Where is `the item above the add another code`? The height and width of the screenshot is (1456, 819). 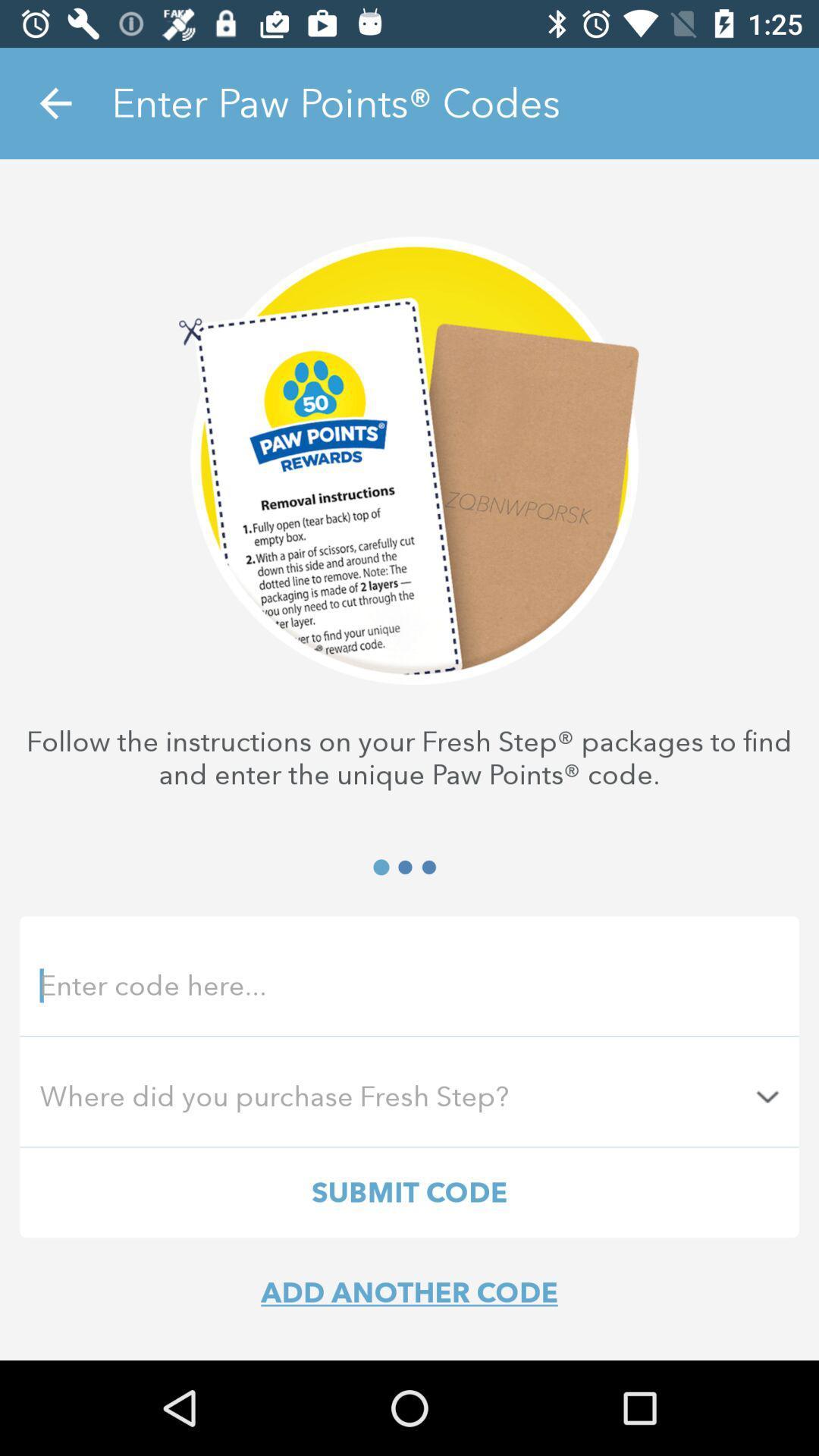 the item above the add another code is located at coordinates (409, 1191).